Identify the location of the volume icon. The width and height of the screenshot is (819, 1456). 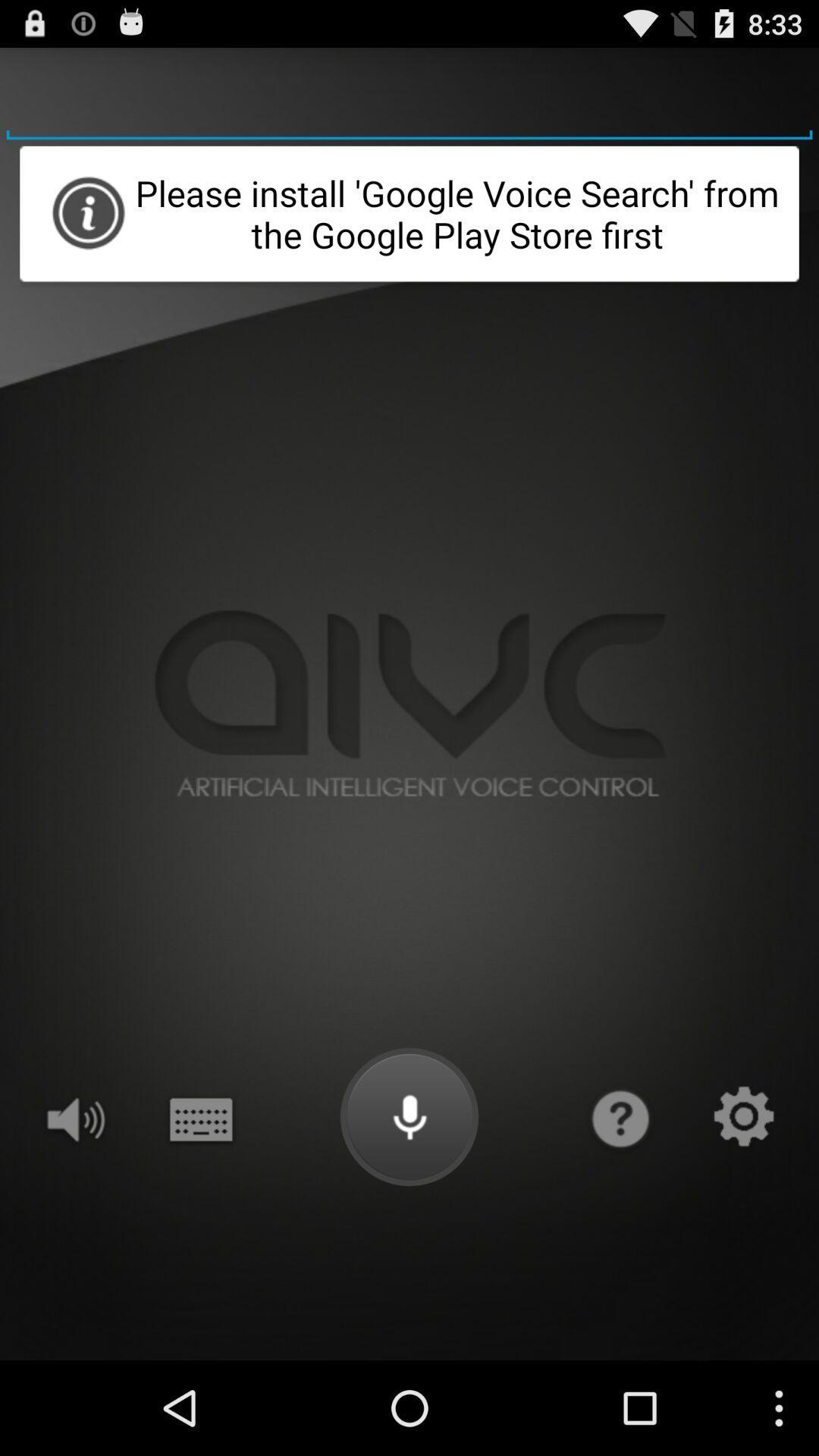
(74, 1194).